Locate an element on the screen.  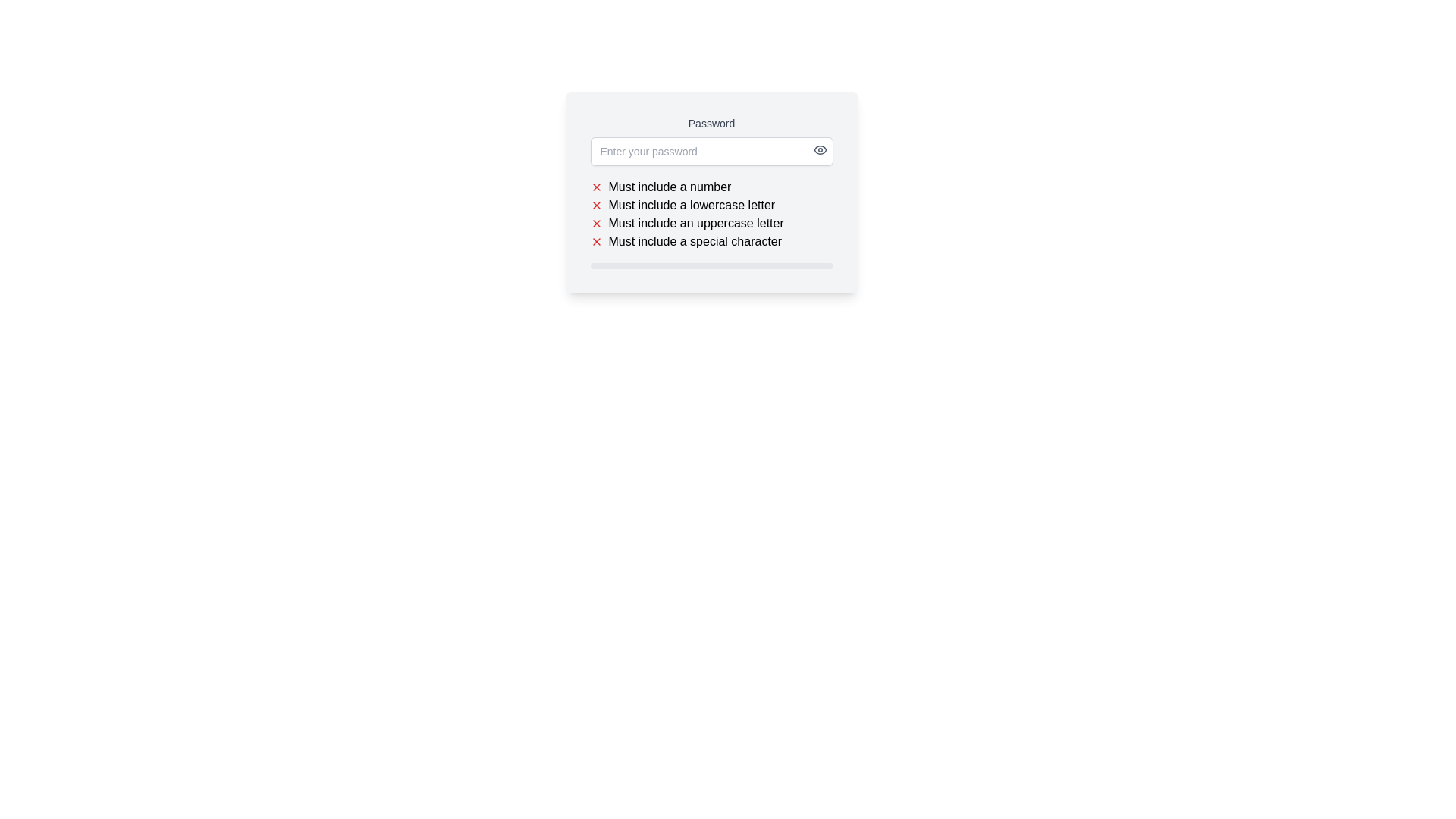
the eye icon button located at the top-right corner of the password input field is located at coordinates (819, 149).